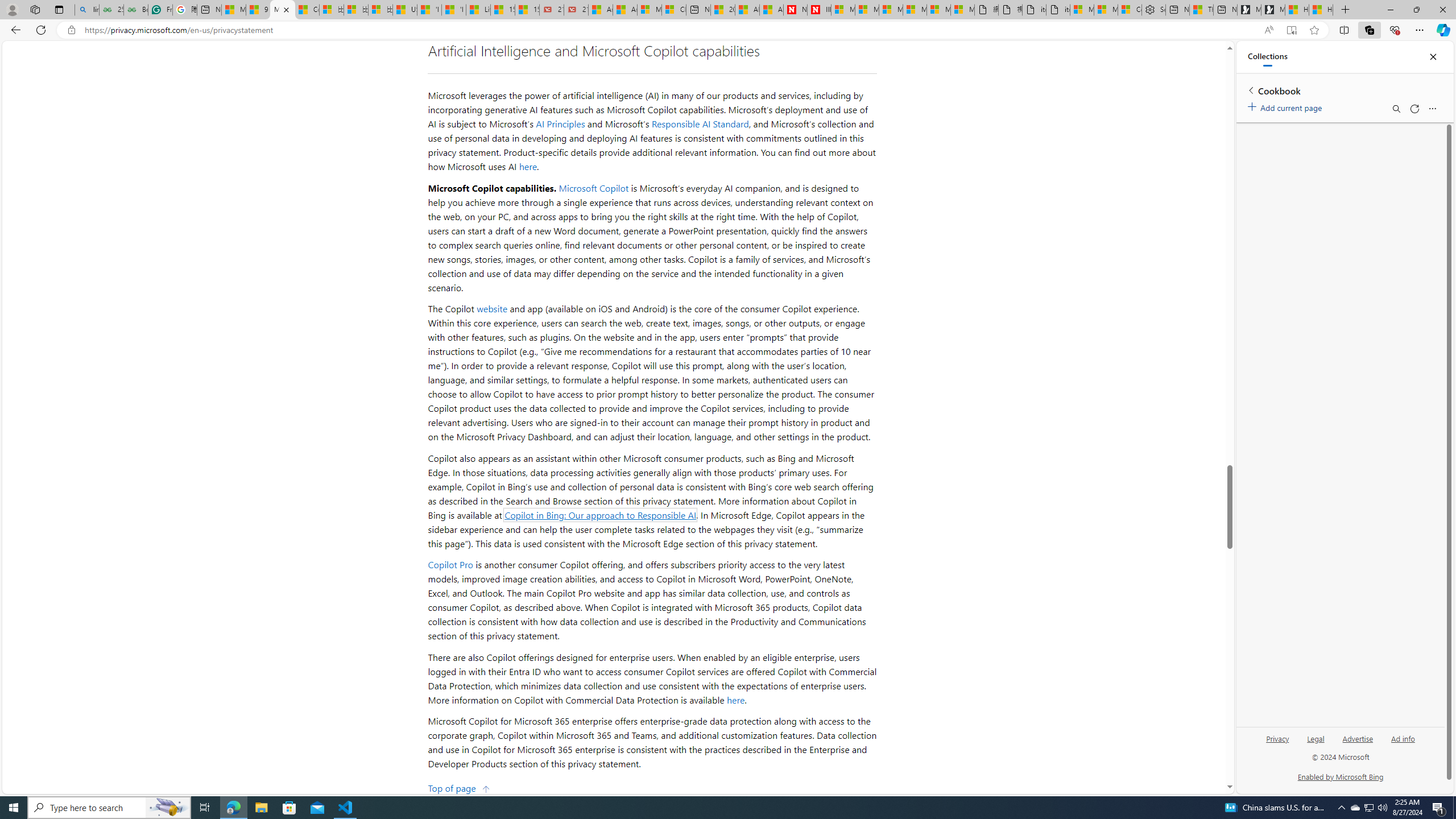 This screenshot has height=819, width=1456. Describe the element at coordinates (1201, 9) in the screenshot. I see `'Three Ways To Stop Sweating So Much'` at that location.